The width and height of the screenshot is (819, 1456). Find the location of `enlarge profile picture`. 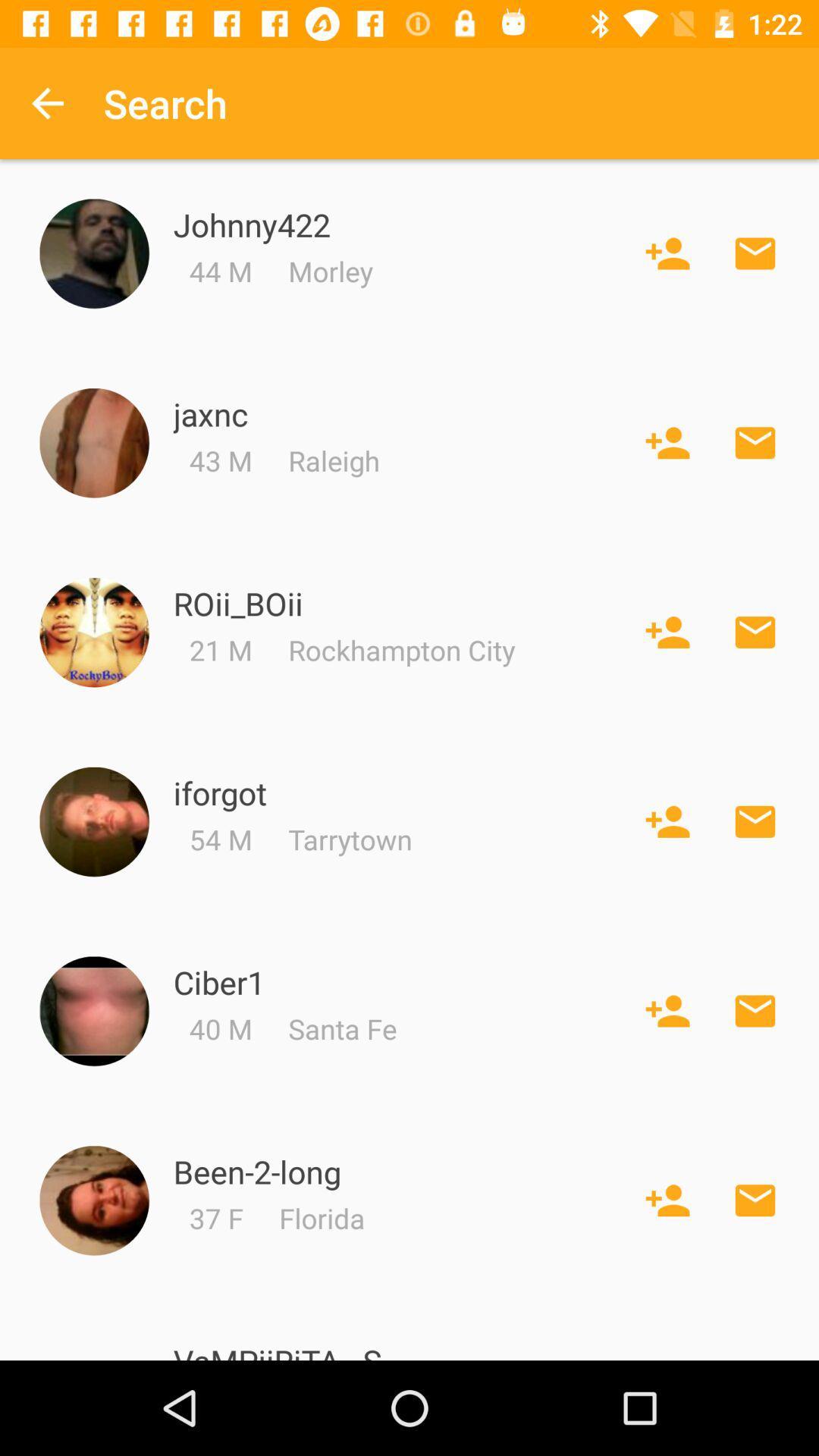

enlarge profile picture is located at coordinates (94, 442).